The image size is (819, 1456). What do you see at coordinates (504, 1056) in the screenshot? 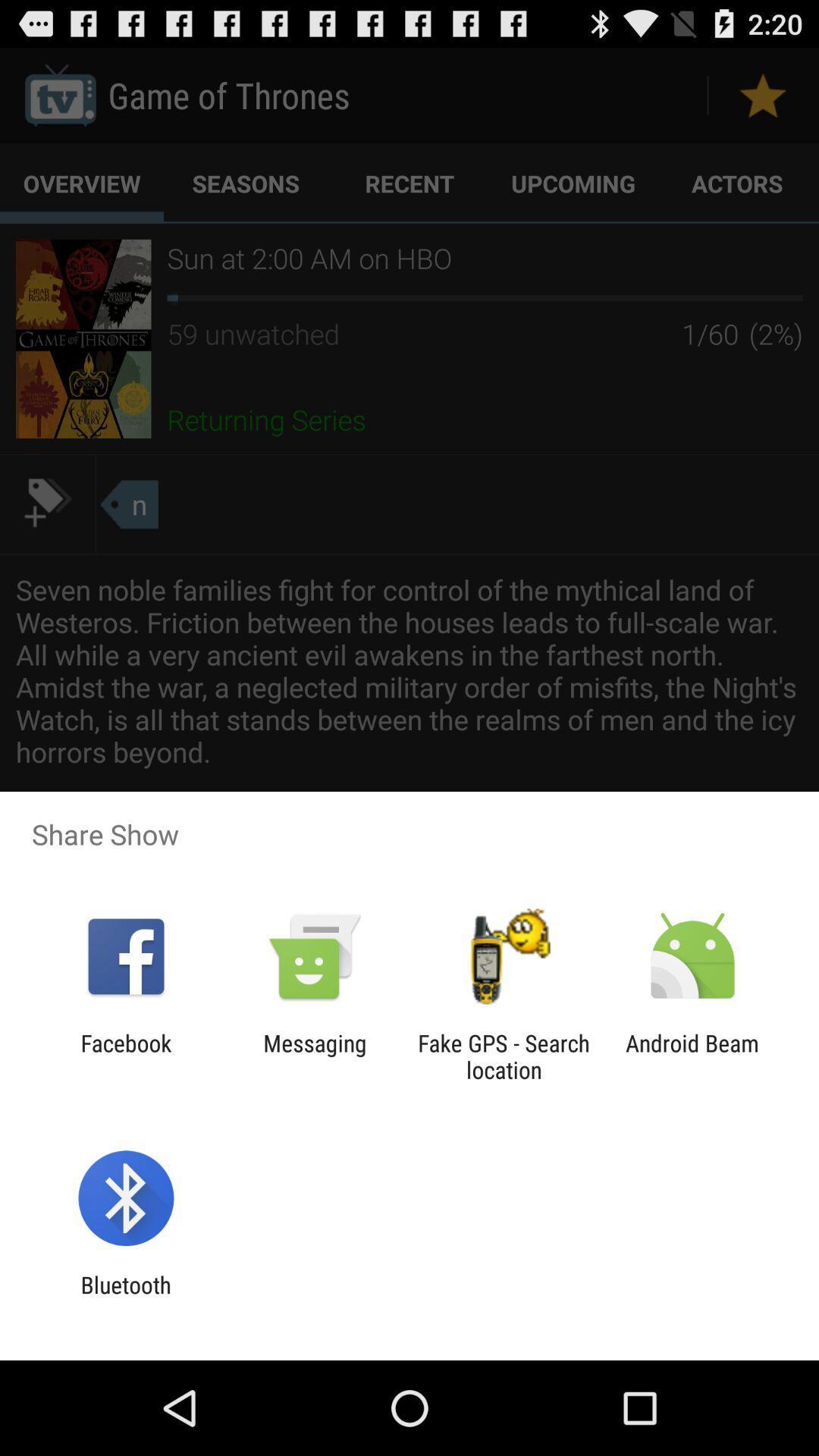
I see `the icon to the right of messaging icon` at bounding box center [504, 1056].